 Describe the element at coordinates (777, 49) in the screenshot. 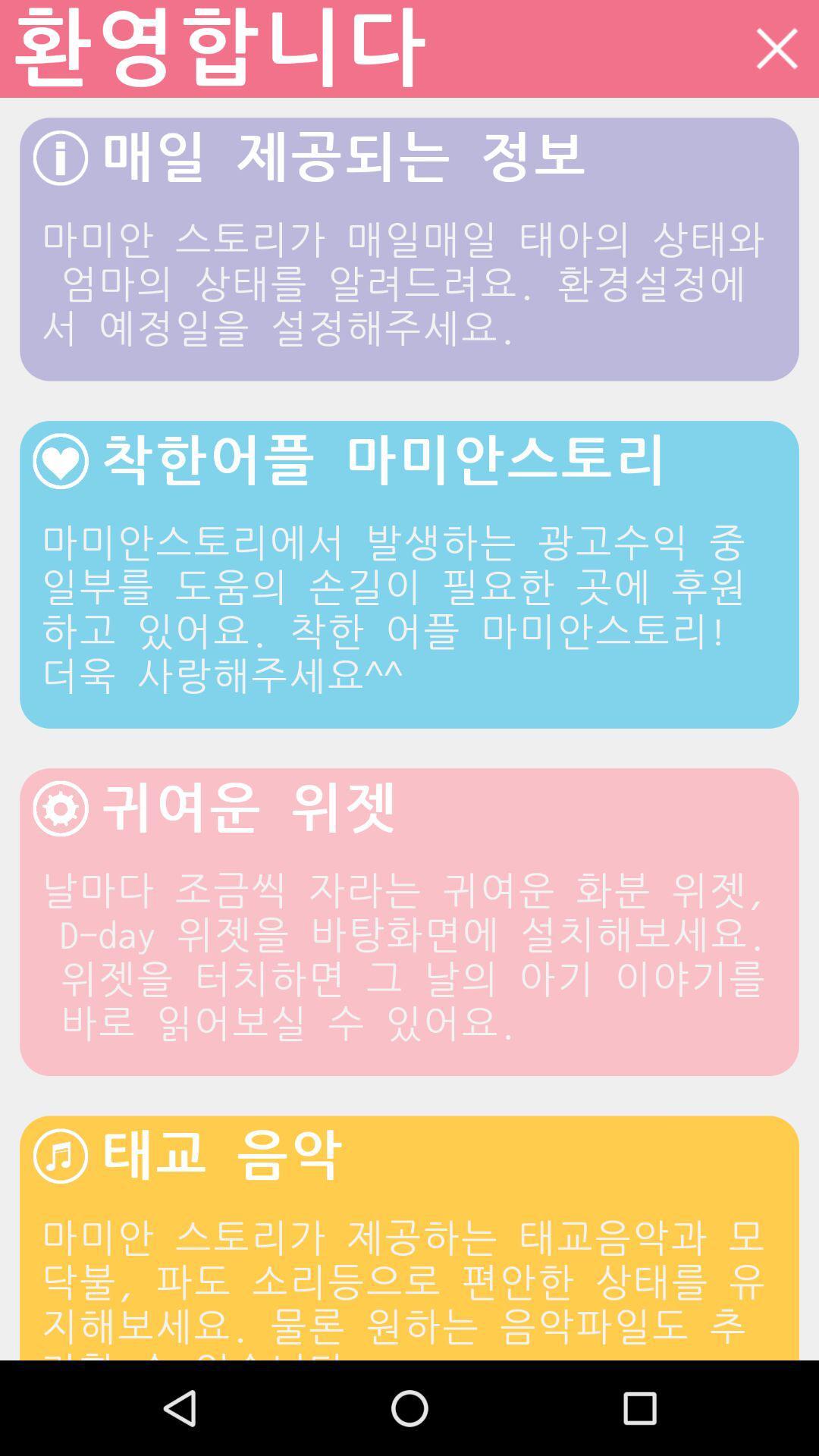

I see `icon at the top right corner` at that location.